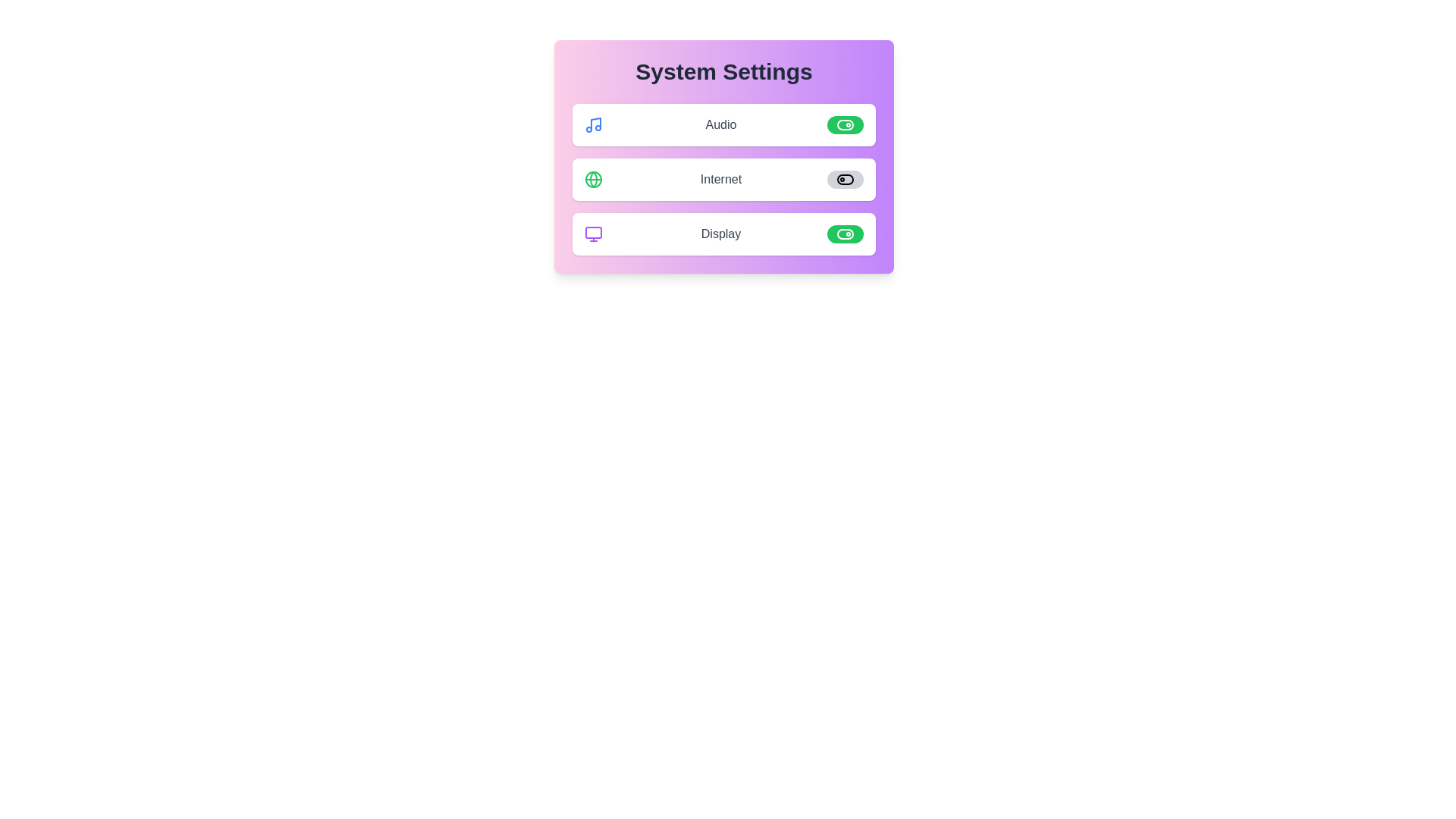  I want to click on the toggle switch located to the right of the 'Internet' label in the 'System Settings' dialog, so click(844, 178).